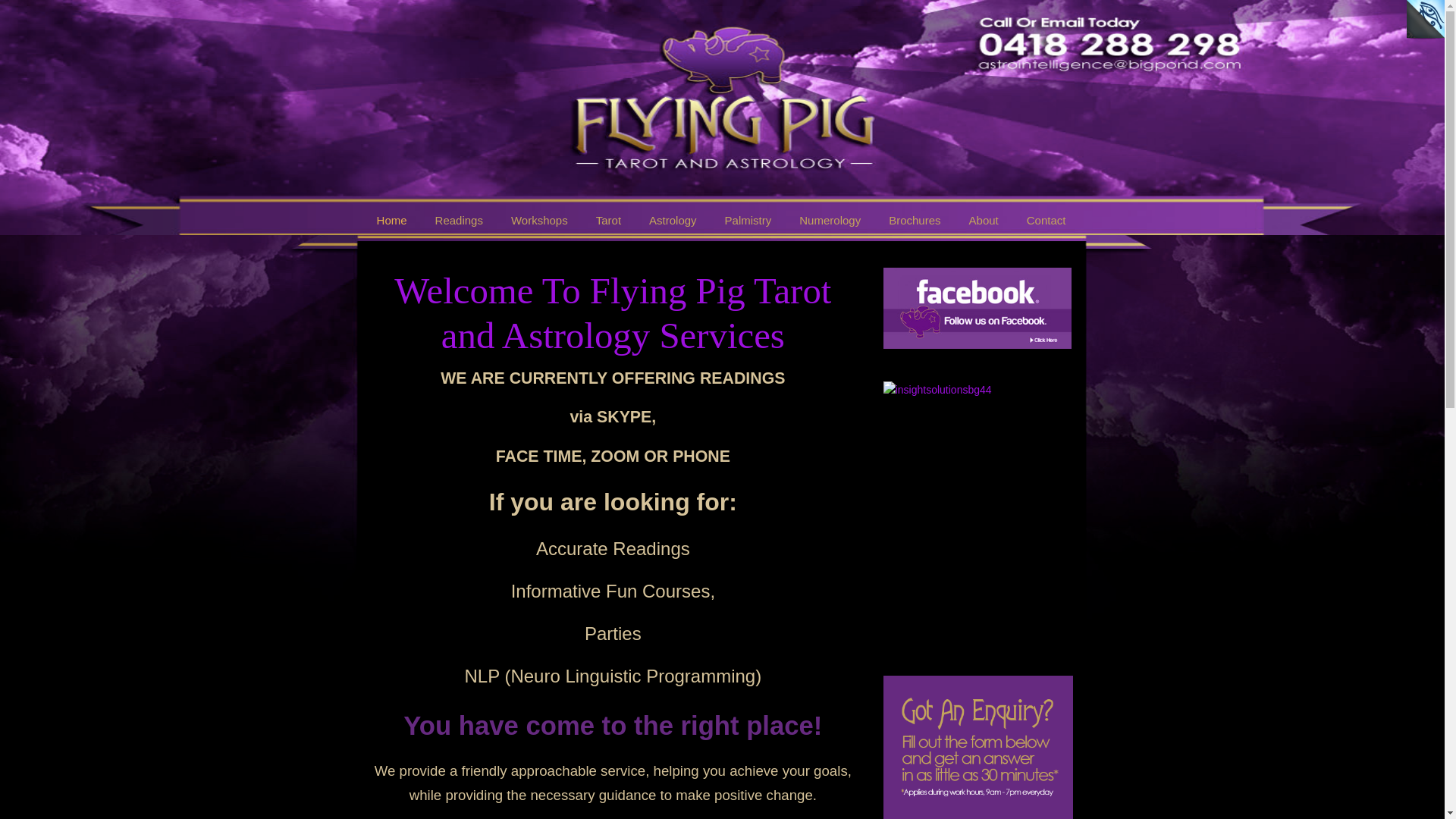 This screenshot has height=819, width=1456. I want to click on 'Astrology', so click(672, 220).